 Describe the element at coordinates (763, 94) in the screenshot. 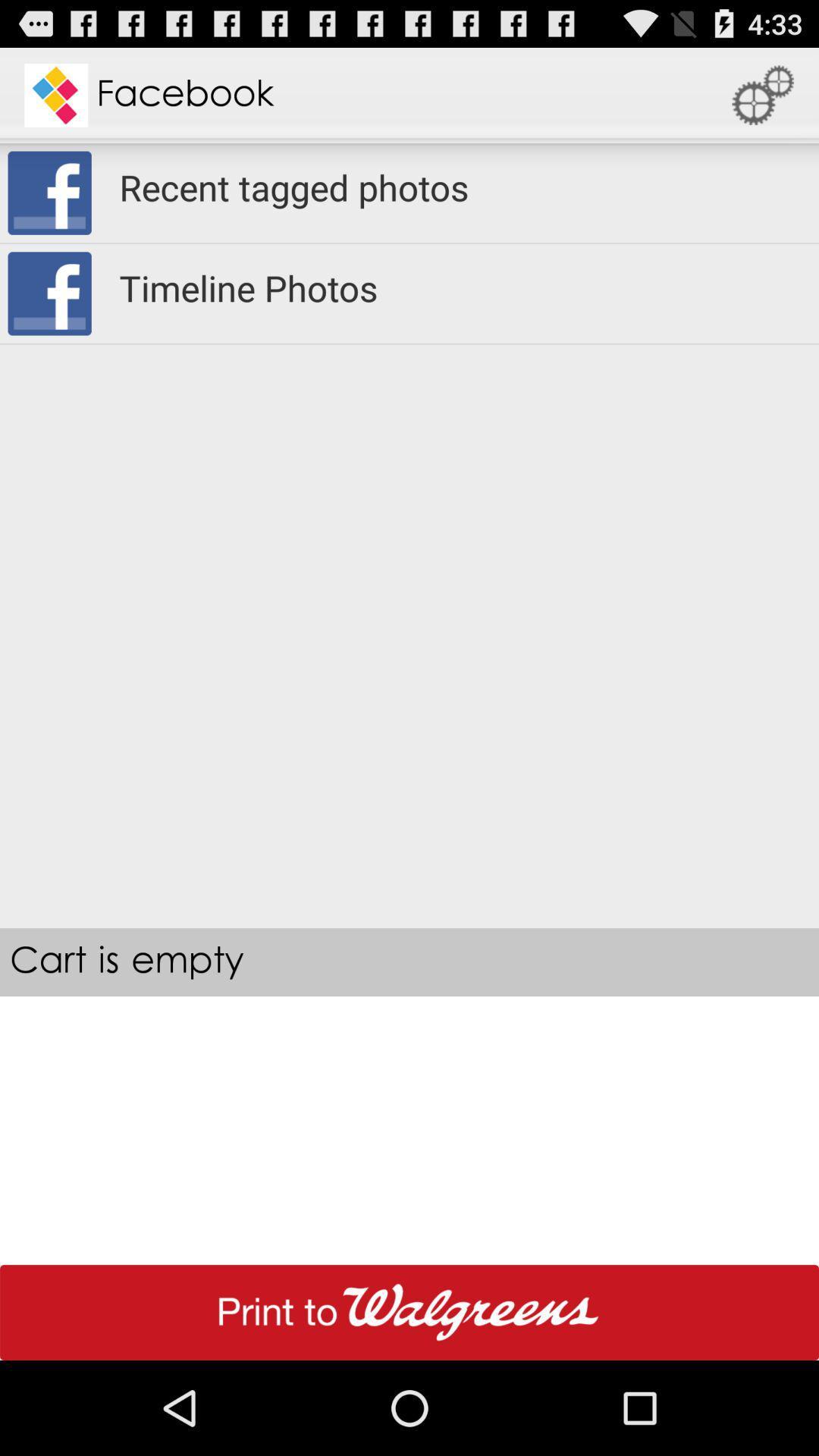

I see `icon above the recent tagged photos app` at that location.